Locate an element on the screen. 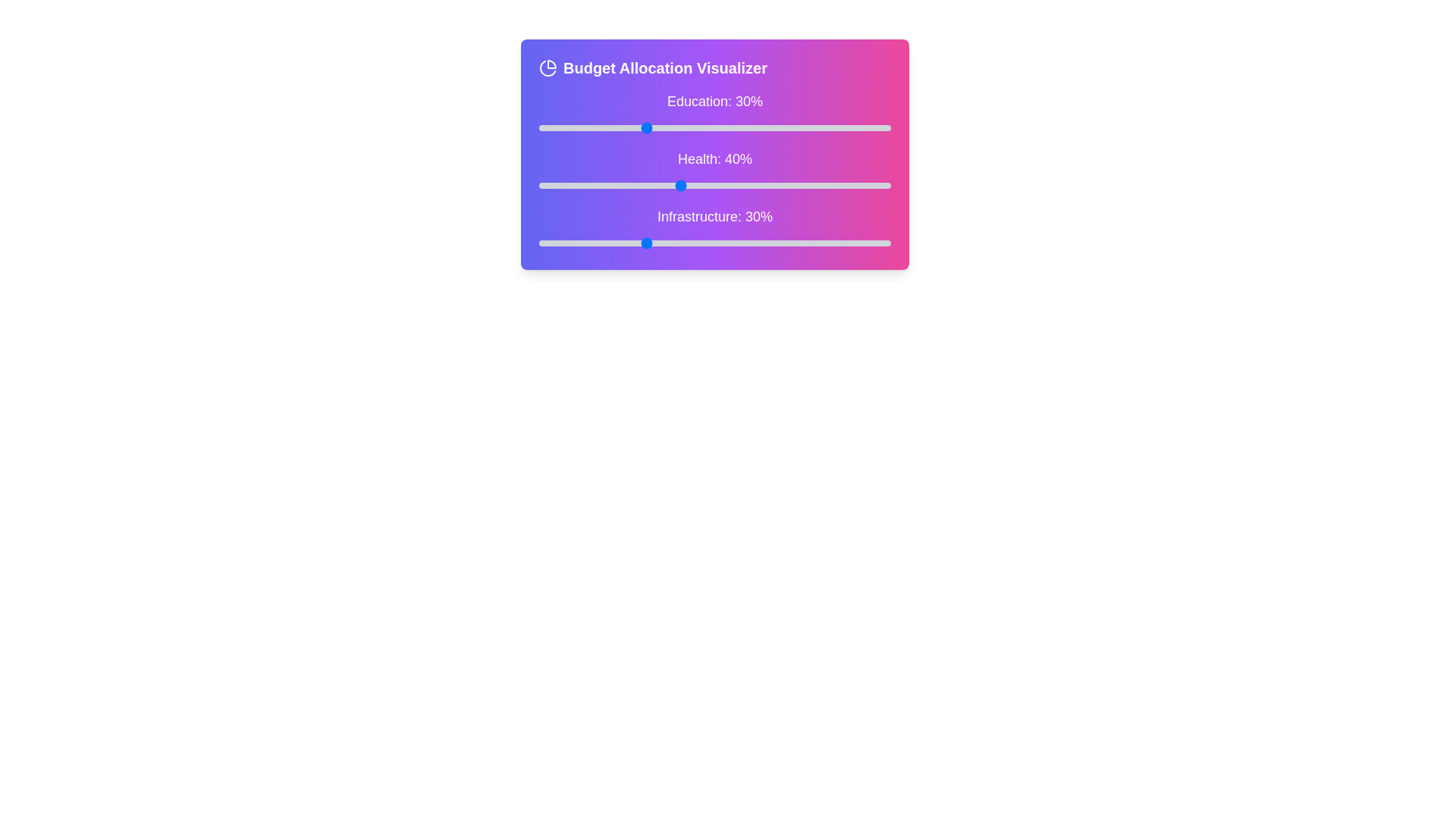  the top right segment of the pie chart icon in the 'Budget Allocation Visualizer' header section, which is a curved graphical component with a modern vector style is located at coordinates (551, 63).